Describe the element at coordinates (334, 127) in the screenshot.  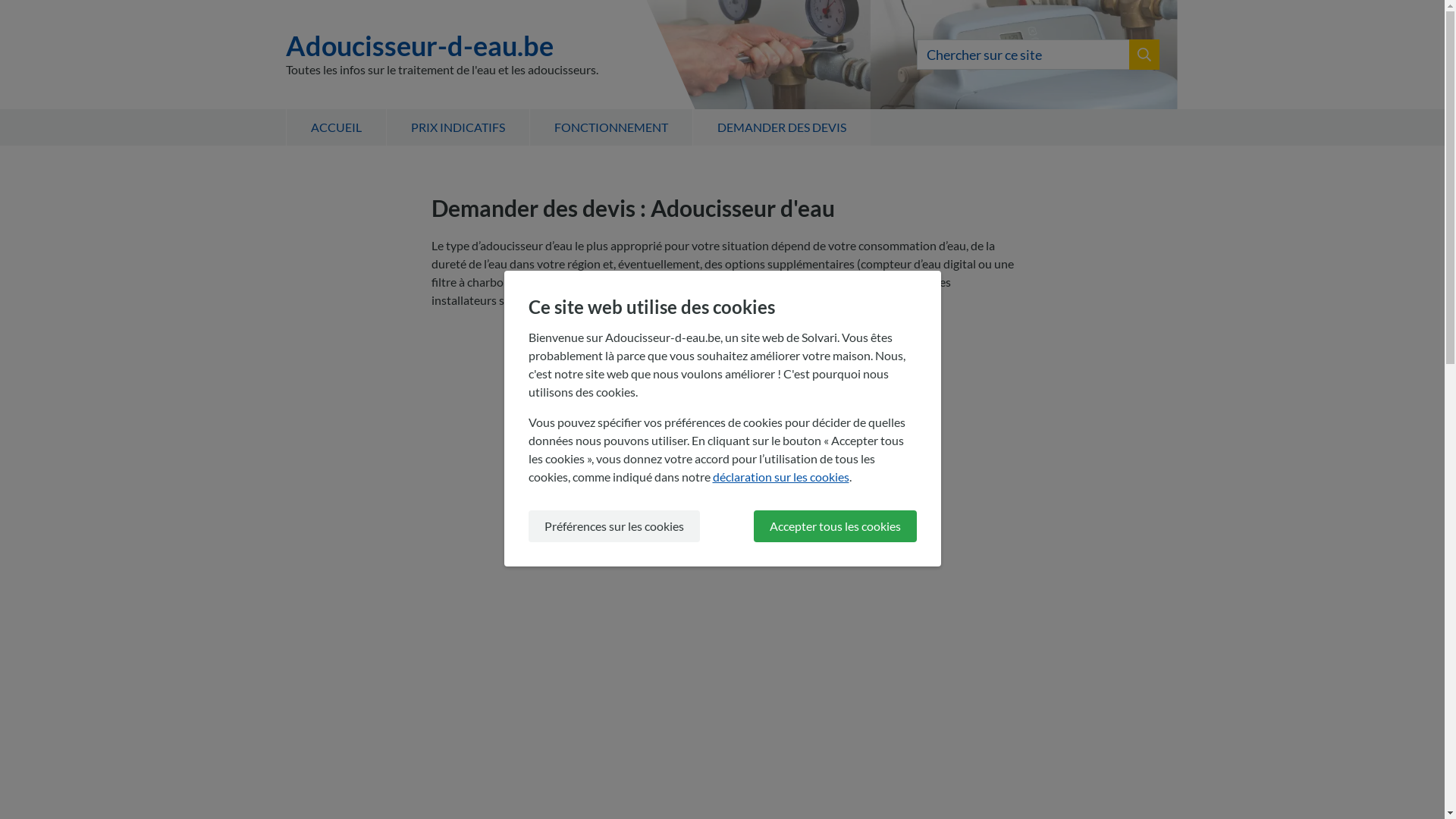
I see `'ACCUEIL'` at that location.